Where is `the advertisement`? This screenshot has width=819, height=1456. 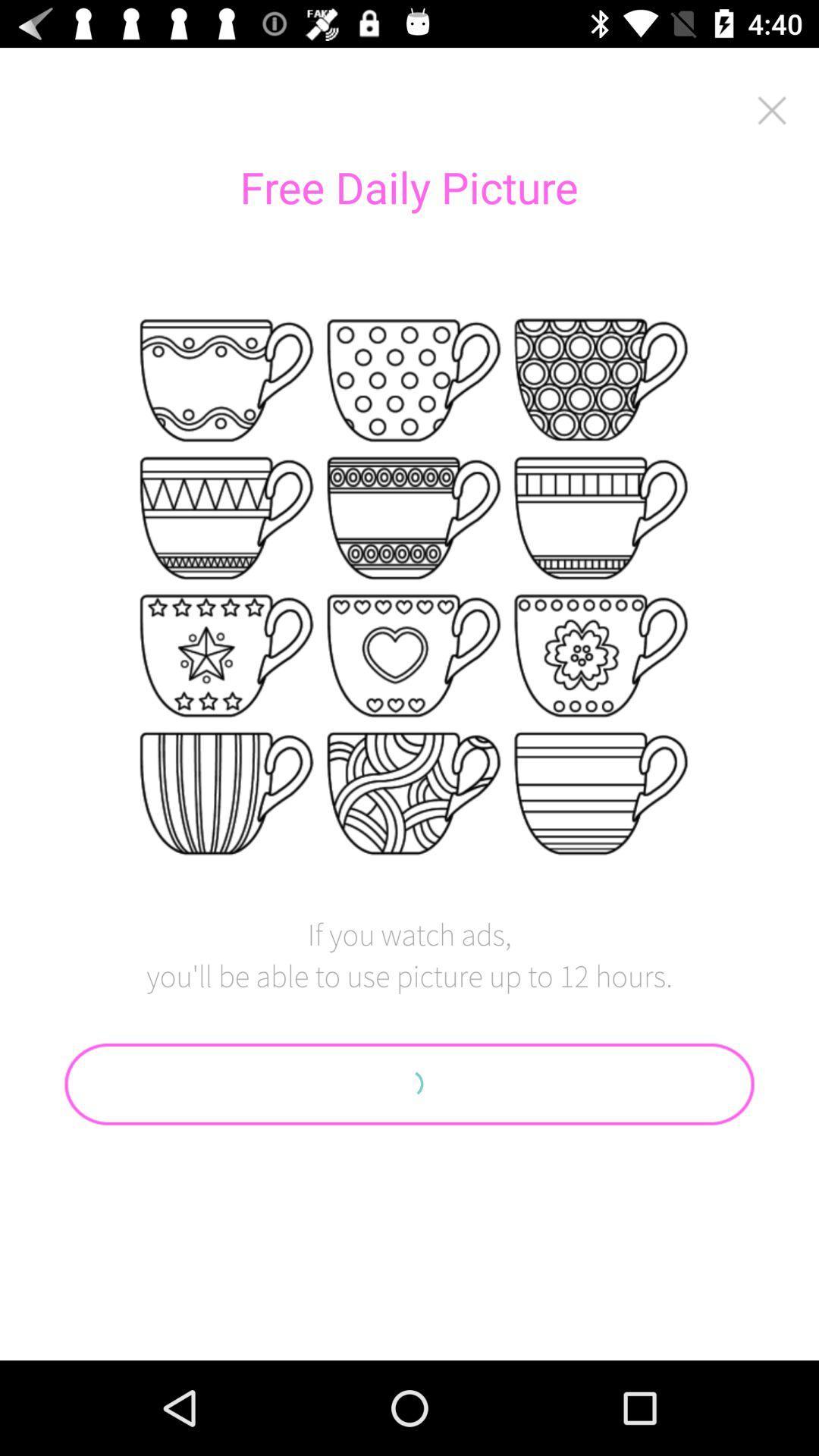
the advertisement is located at coordinates (772, 109).